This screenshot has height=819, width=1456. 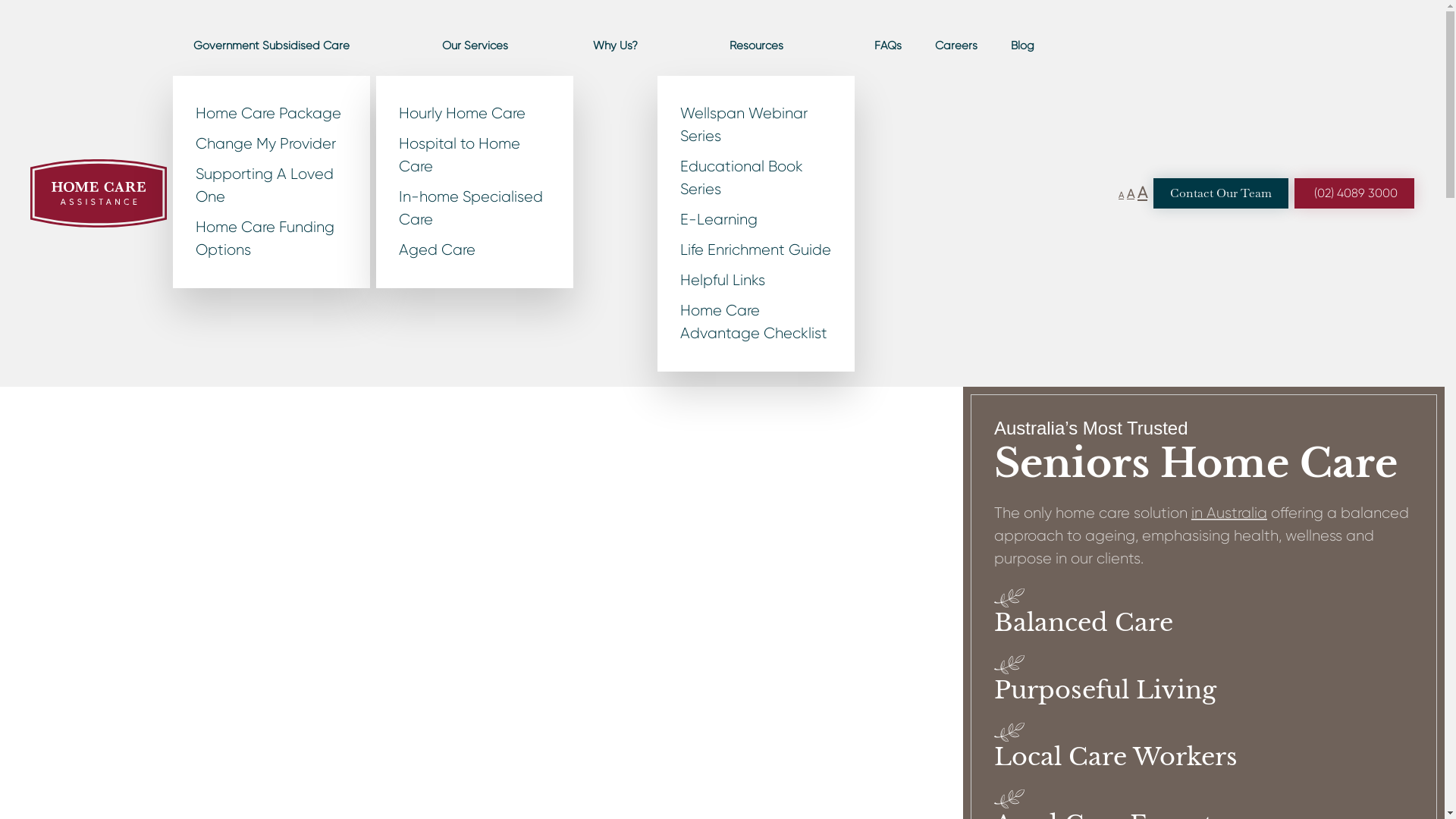 I want to click on 'Hourly Home Care', so click(x=473, y=113).